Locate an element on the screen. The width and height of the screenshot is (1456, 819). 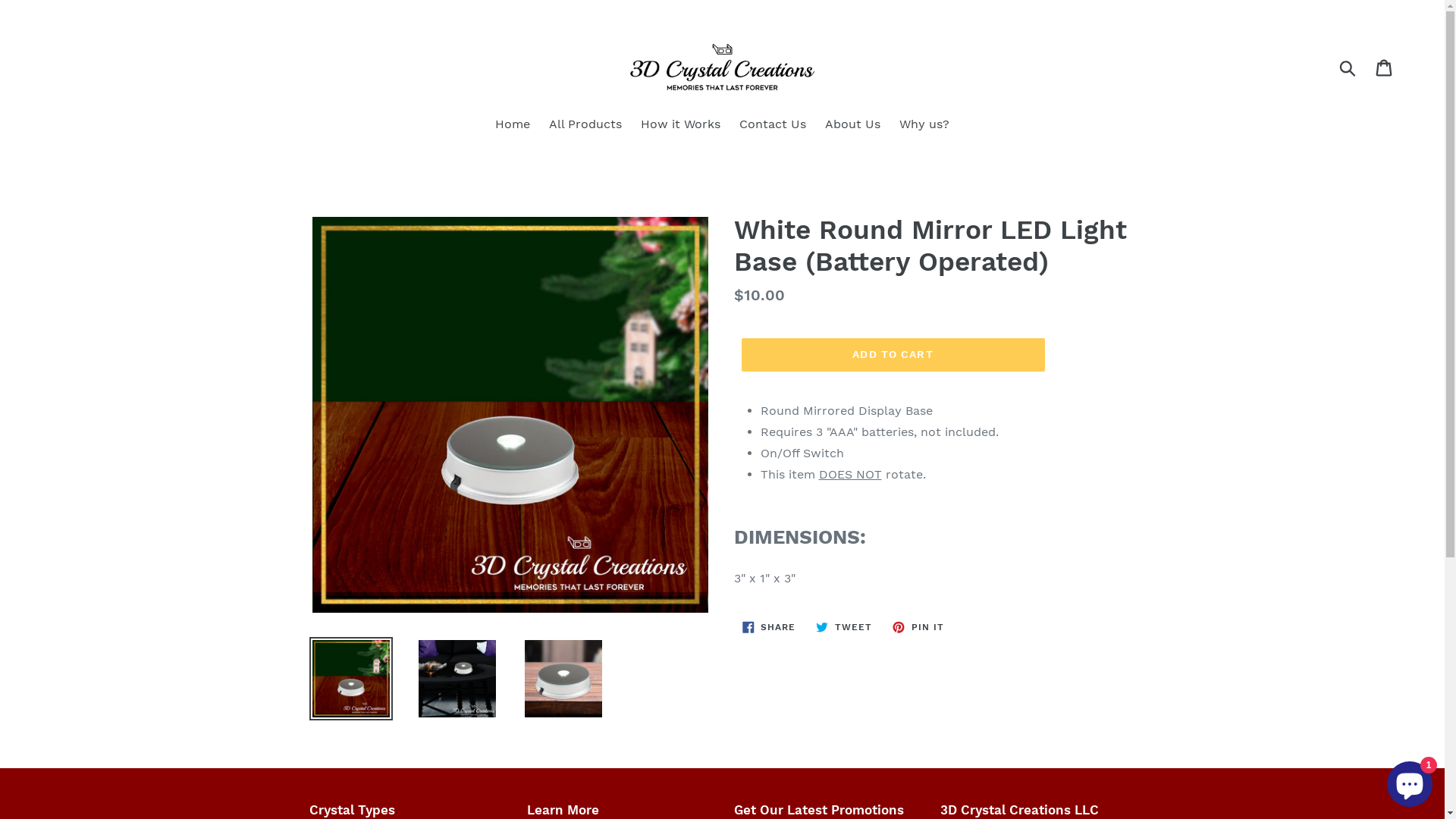
'Cart' is located at coordinates (1385, 66).